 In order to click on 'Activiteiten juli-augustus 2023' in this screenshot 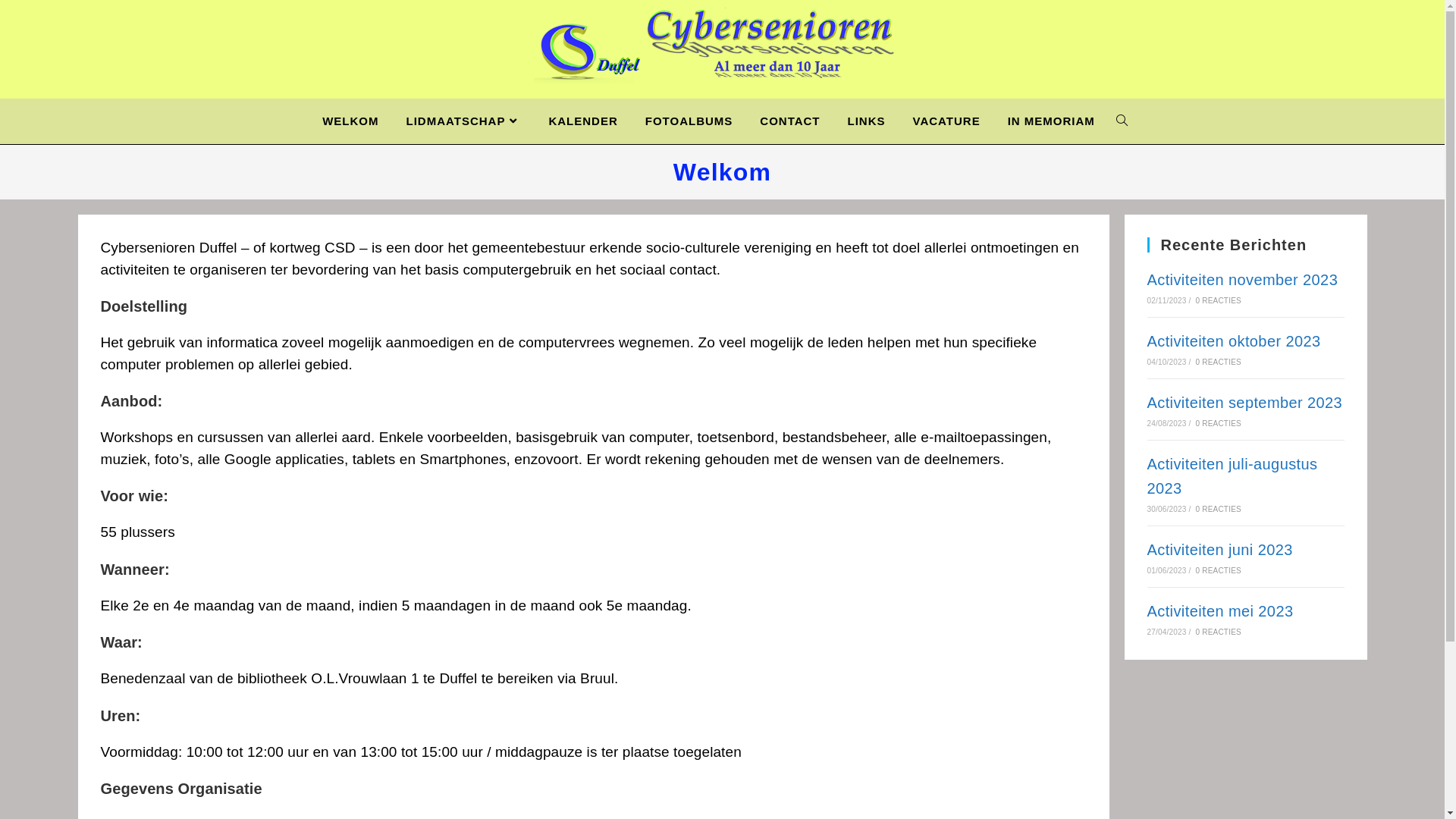, I will do `click(1147, 475)`.